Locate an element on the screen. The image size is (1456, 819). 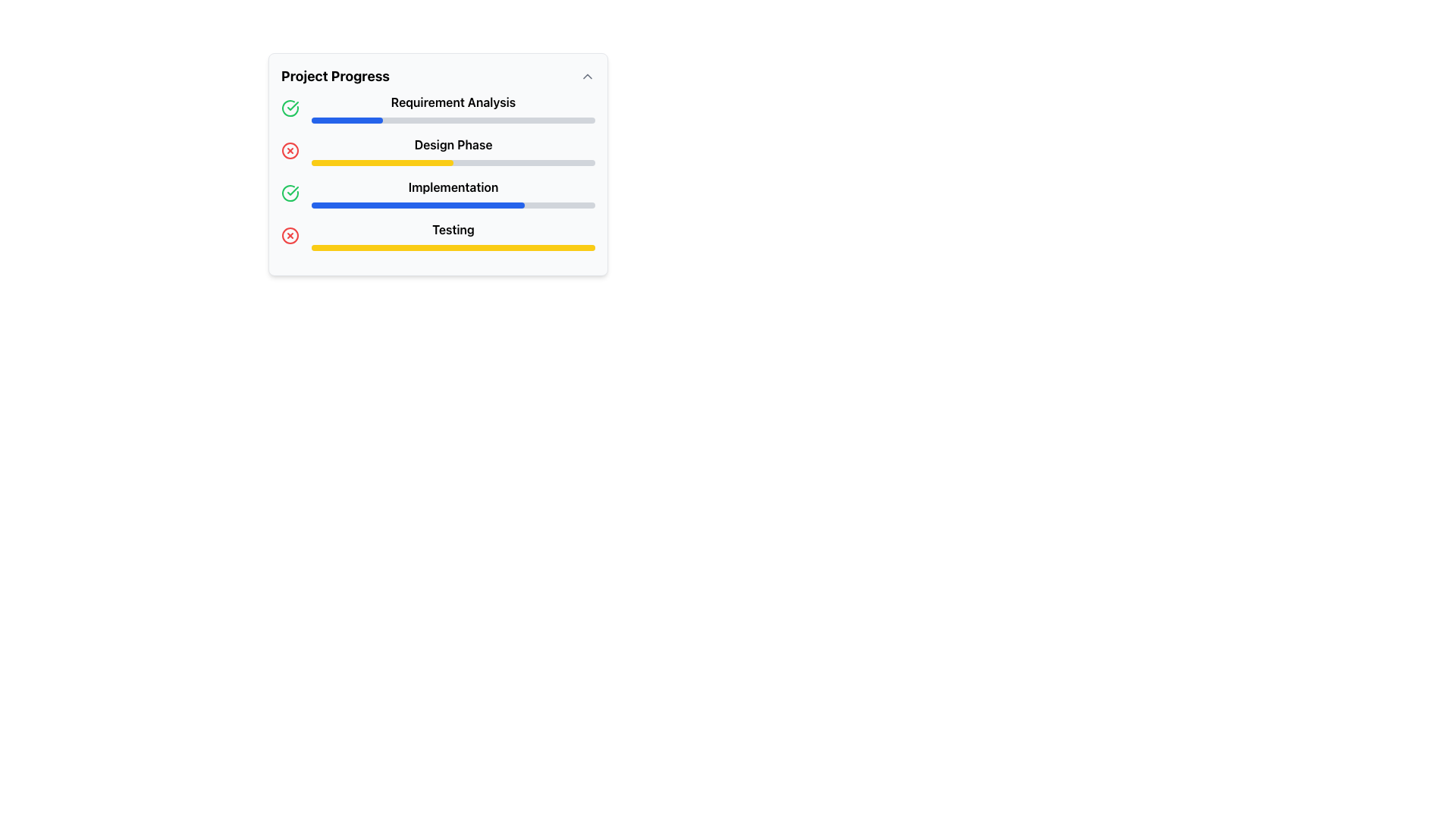
the progress bar representing the completion status of the 'Requirement Analysis' phase, which is positioned under the label 'Requirement Analysis' and is the first in the list of progress items is located at coordinates (453, 119).